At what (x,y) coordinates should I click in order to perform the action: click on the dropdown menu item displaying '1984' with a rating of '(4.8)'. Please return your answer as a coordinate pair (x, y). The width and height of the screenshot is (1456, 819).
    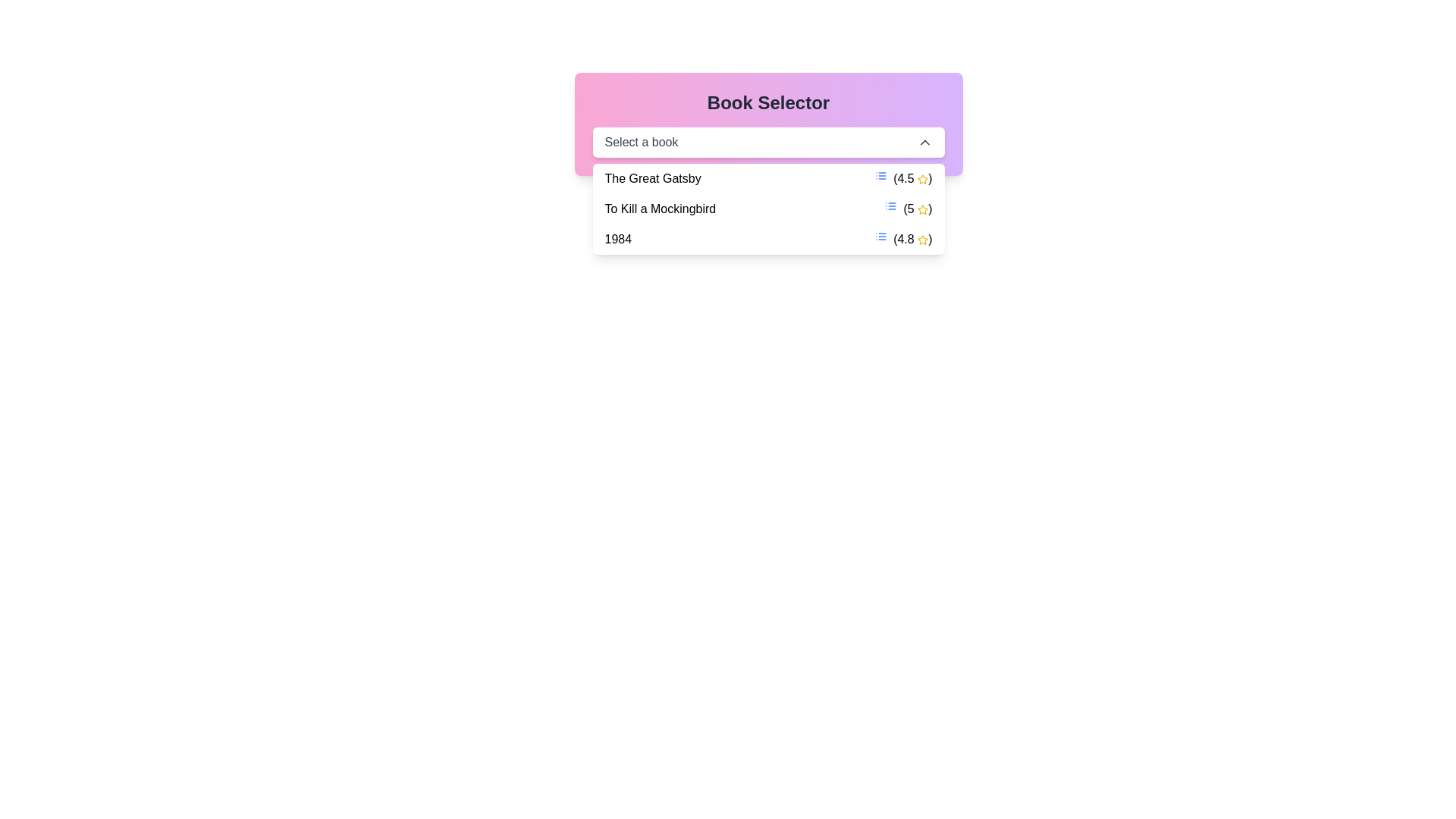
    Looking at the image, I should click on (768, 239).